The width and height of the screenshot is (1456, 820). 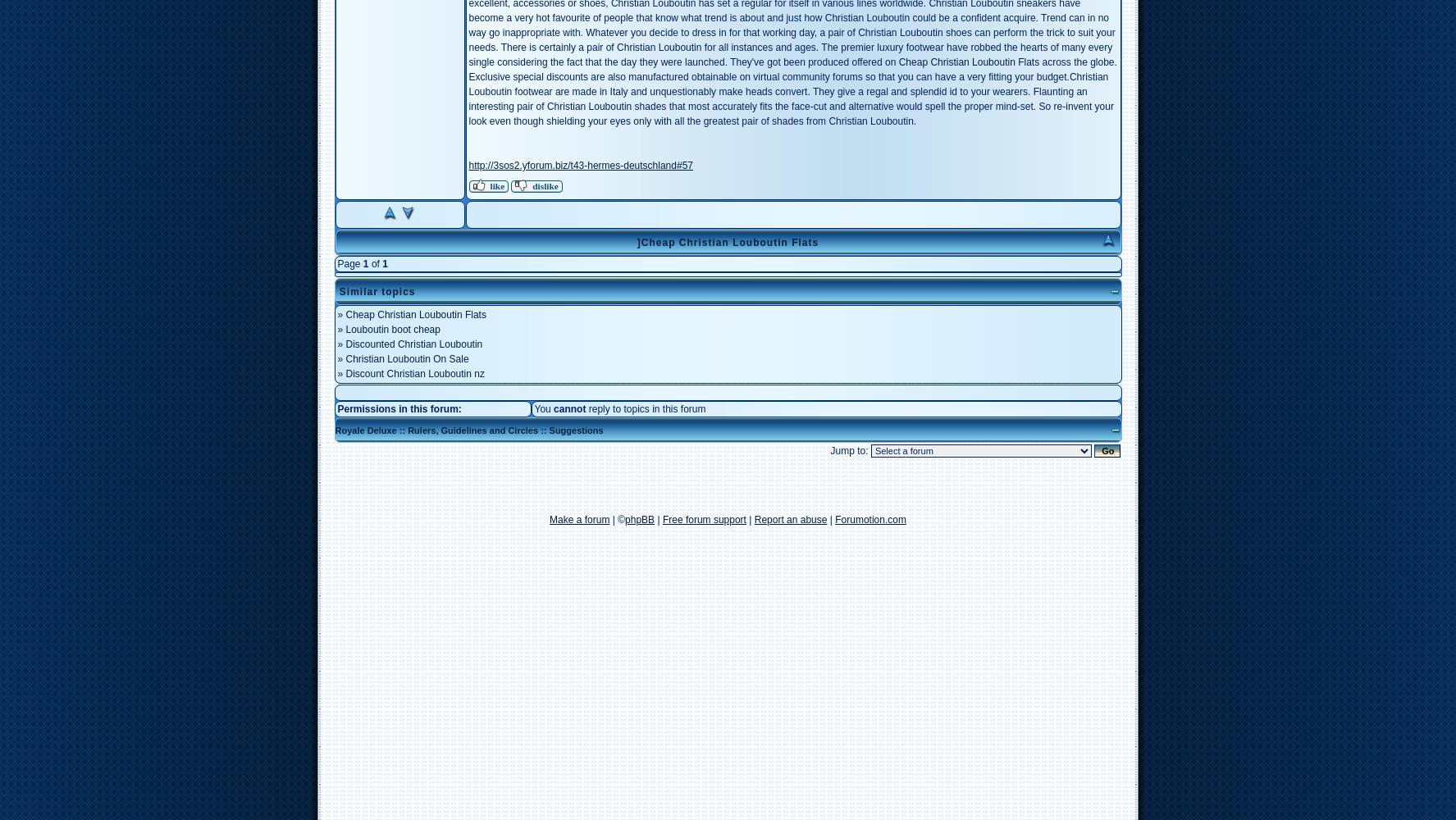 What do you see at coordinates (349, 263) in the screenshot?
I see `'Page'` at bounding box center [349, 263].